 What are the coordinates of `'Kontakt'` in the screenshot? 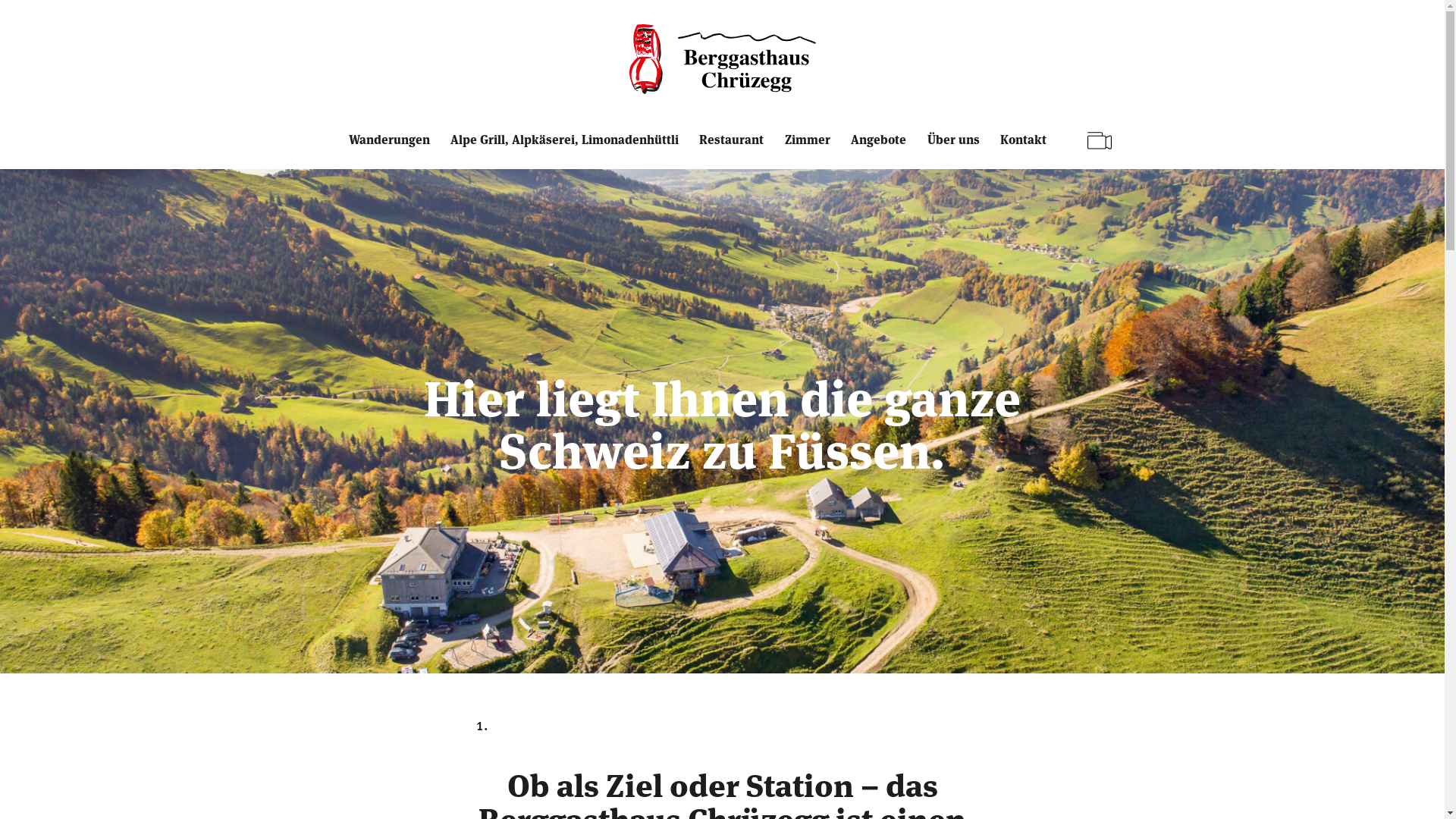 It's located at (1026, 150).